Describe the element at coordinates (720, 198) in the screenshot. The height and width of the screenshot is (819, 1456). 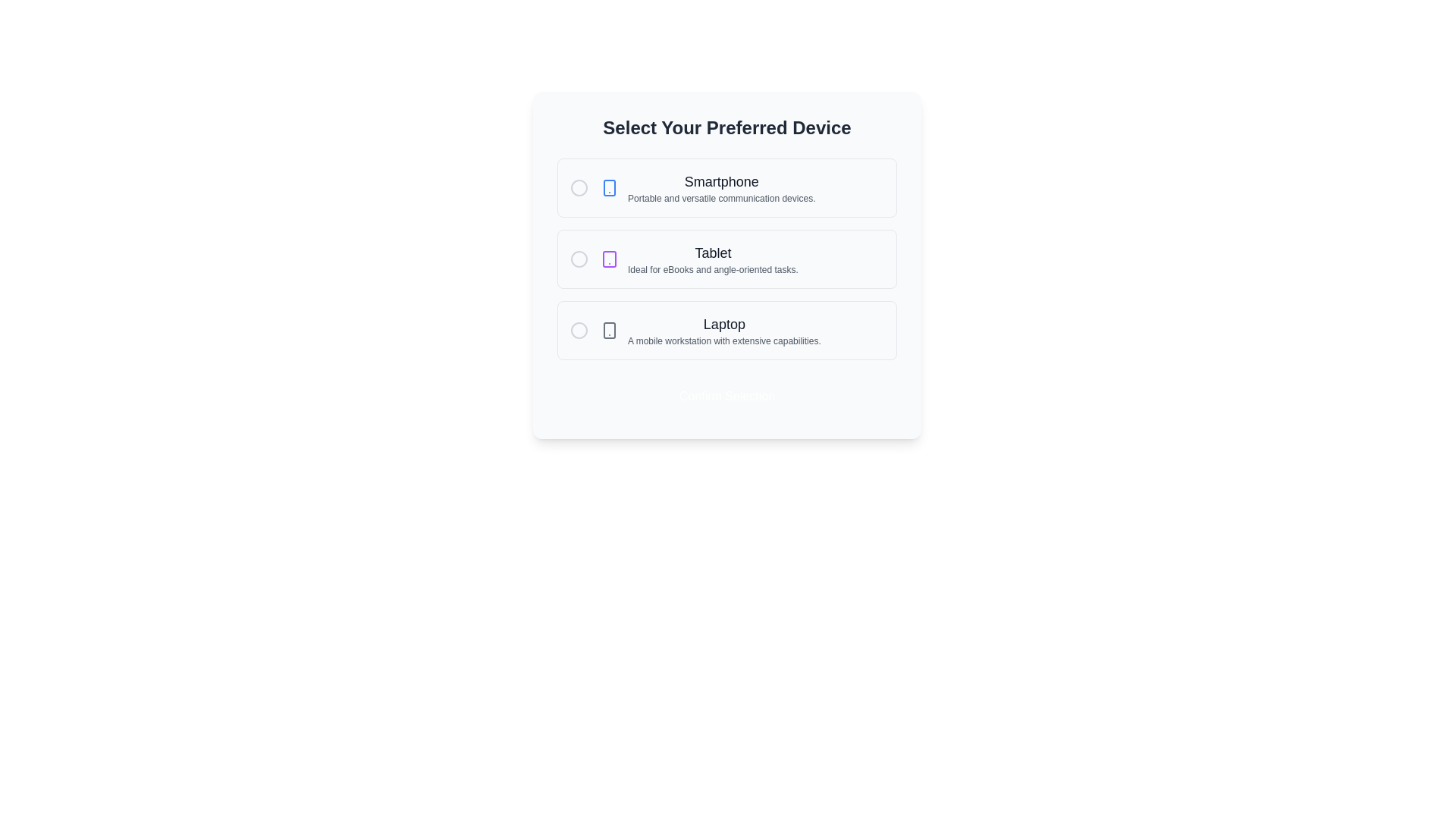
I see `text content of the Text Label that provides additional descriptive information about the 'Smartphone' option, positioned immediately below the 'Smartphone' label` at that location.